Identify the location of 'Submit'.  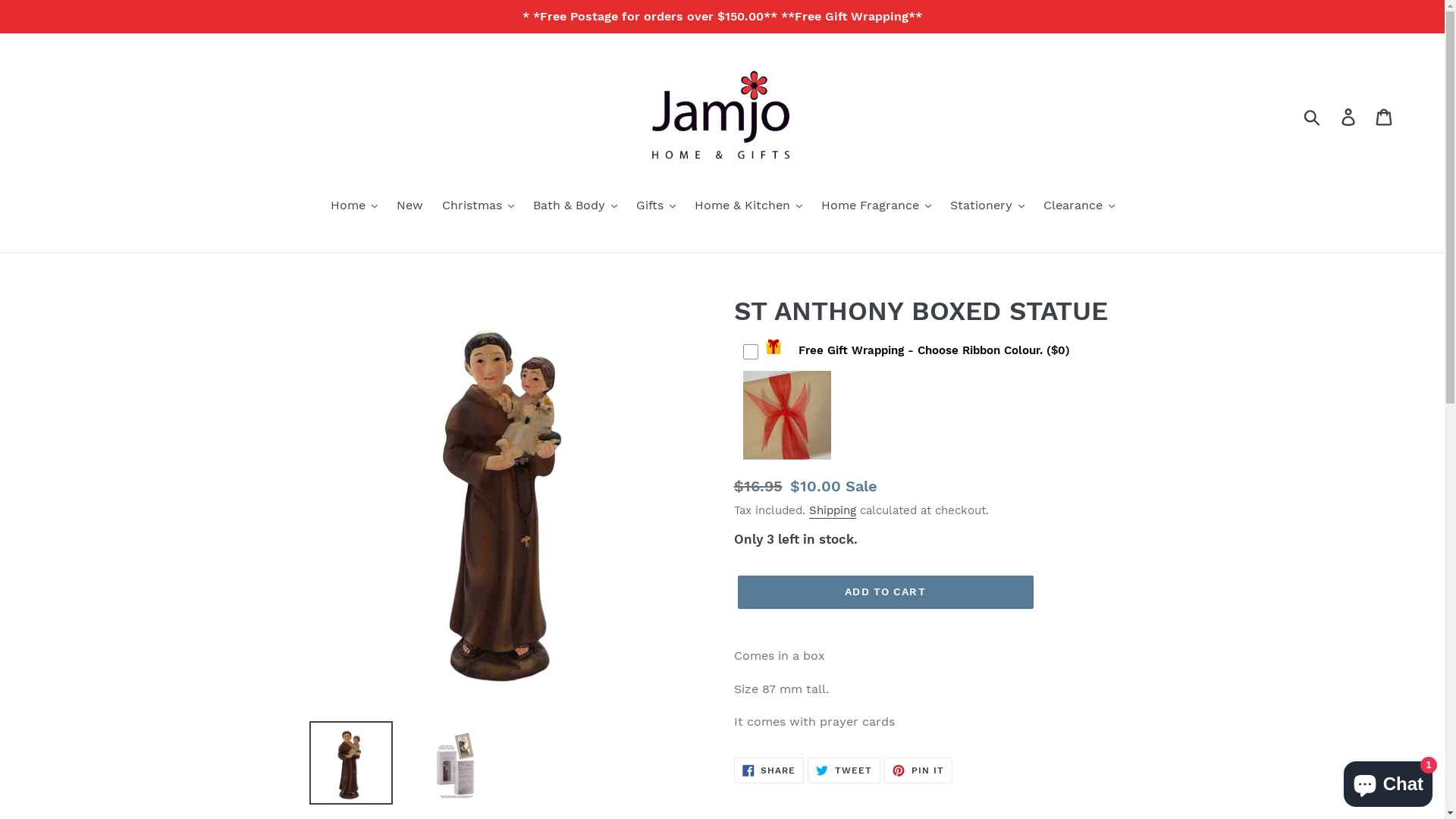
(1312, 116).